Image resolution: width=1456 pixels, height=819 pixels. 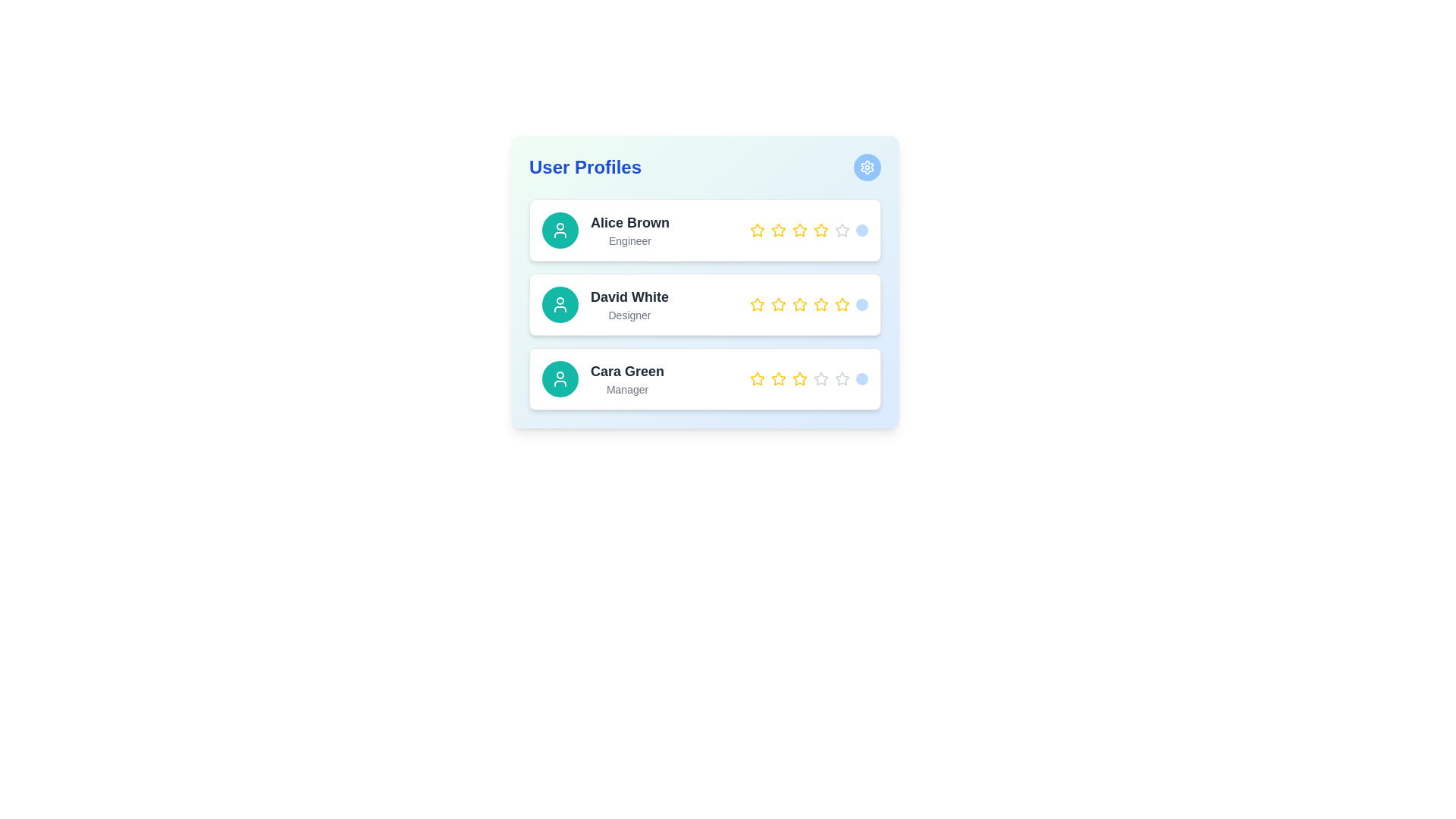 What do you see at coordinates (704, 378) in the screenshot?
I see `the light blue circular action button on the User profile card for 'Cara Green', which is the third item in the vertical list of user profiles` at bounding box center [704, 378].